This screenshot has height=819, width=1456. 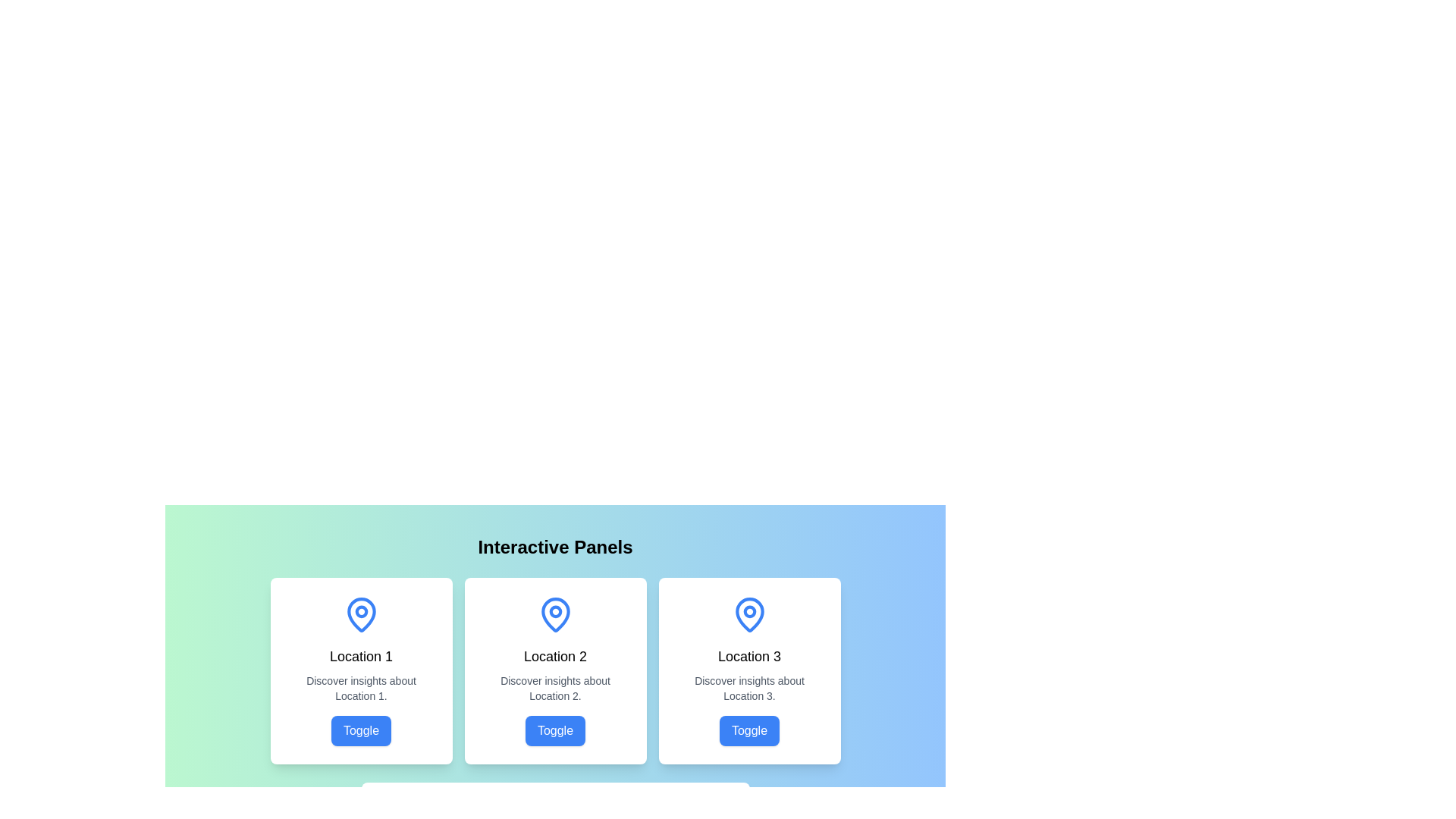 I want to click on the informational text that reads 'Discover insights about Location 3.' which is located in the third card from the left, below the 'Location 3' heading and above the 'Toggle' button, so click(x=749, y=688).